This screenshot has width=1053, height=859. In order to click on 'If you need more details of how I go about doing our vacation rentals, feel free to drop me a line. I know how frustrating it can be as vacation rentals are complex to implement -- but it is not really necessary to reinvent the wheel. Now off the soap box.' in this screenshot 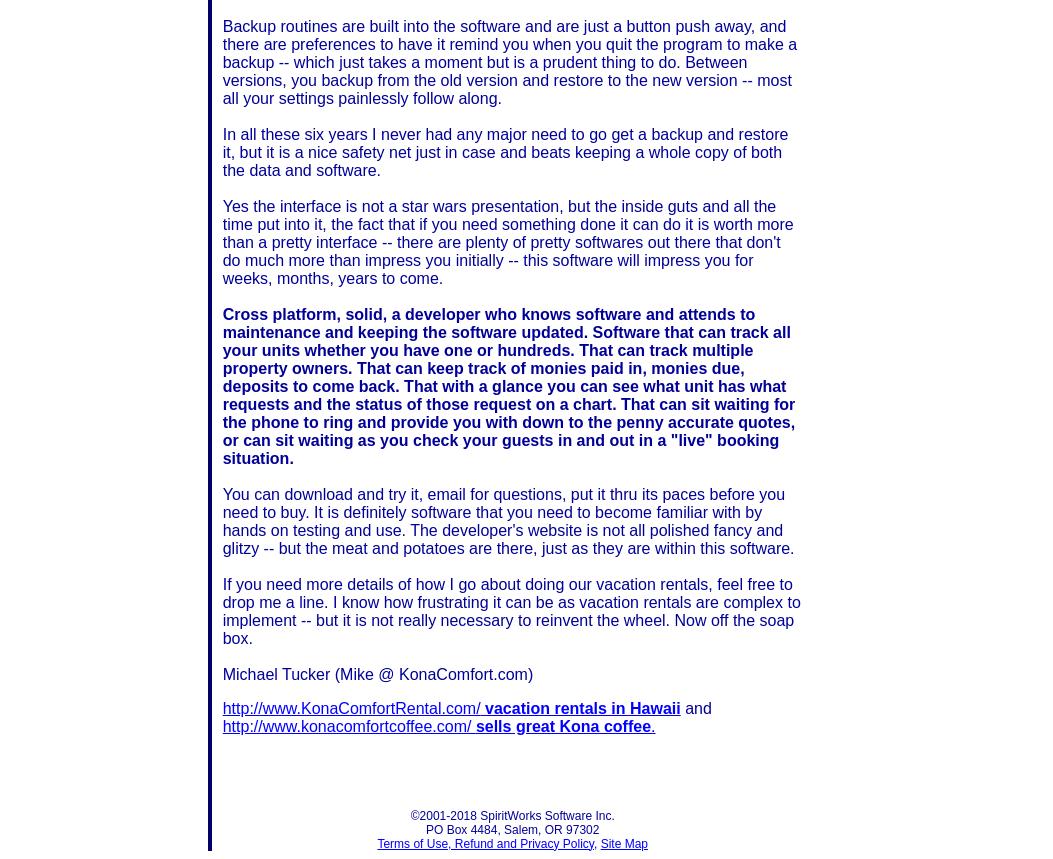, I will do `click(511, 610)`.